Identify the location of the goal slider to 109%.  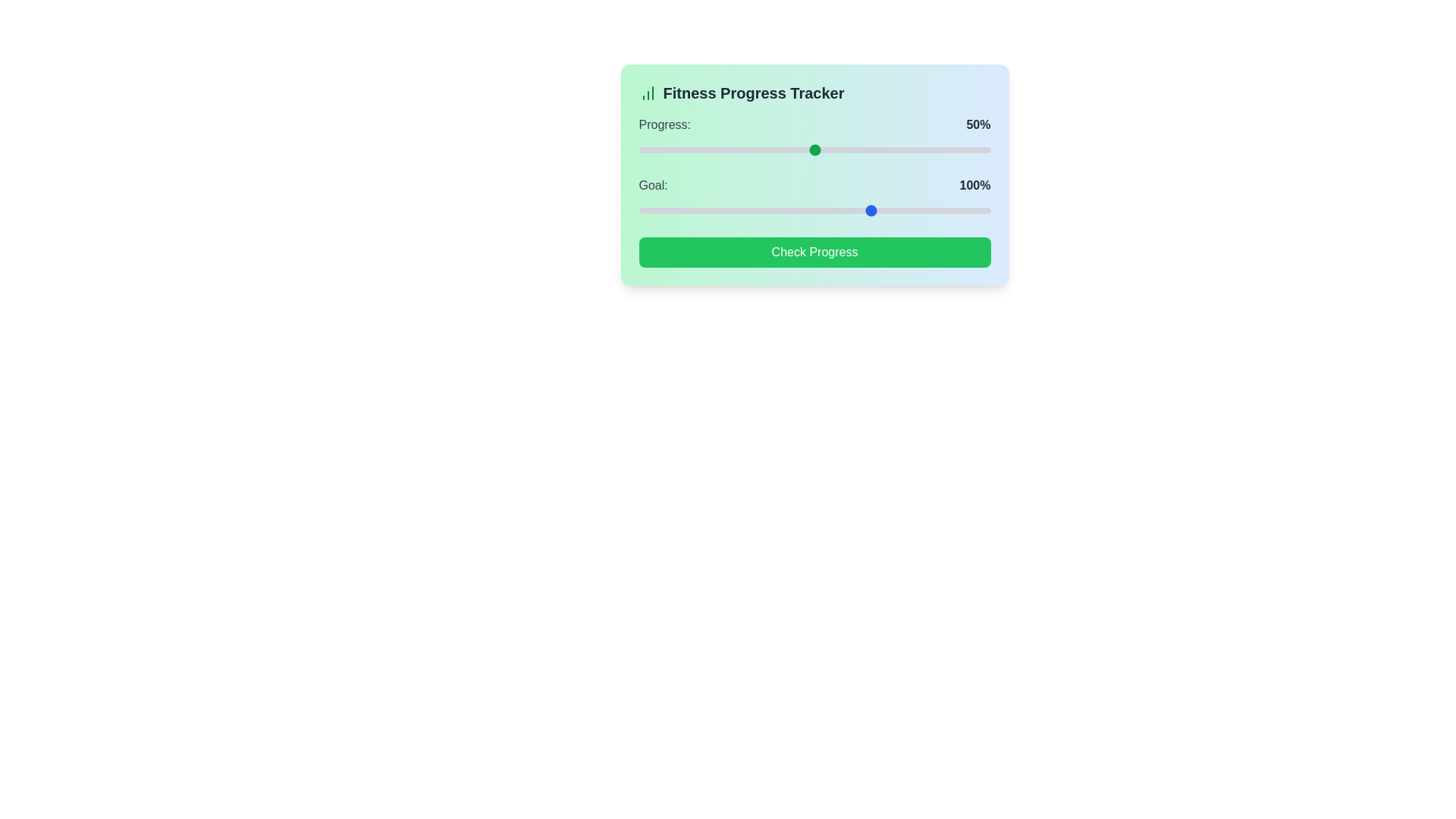
(846, 210).